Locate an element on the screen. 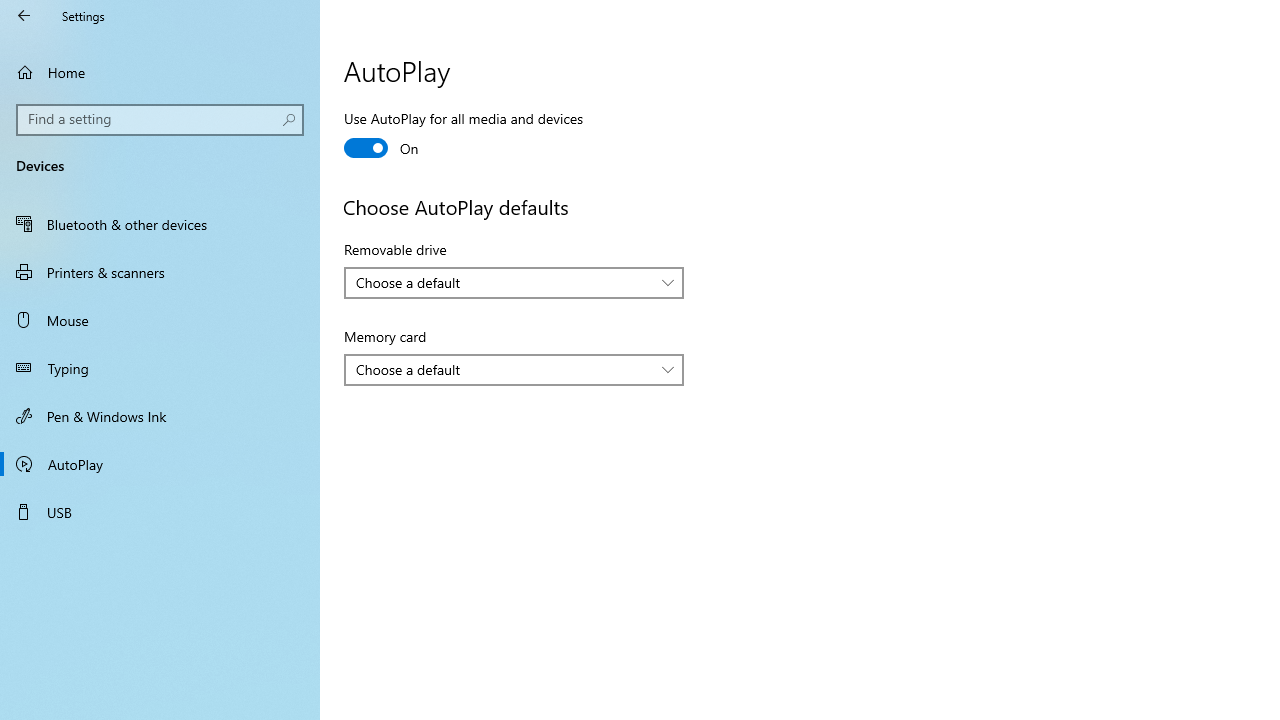  'Pen & Windows Ink' is located at coordinates (160, 414).